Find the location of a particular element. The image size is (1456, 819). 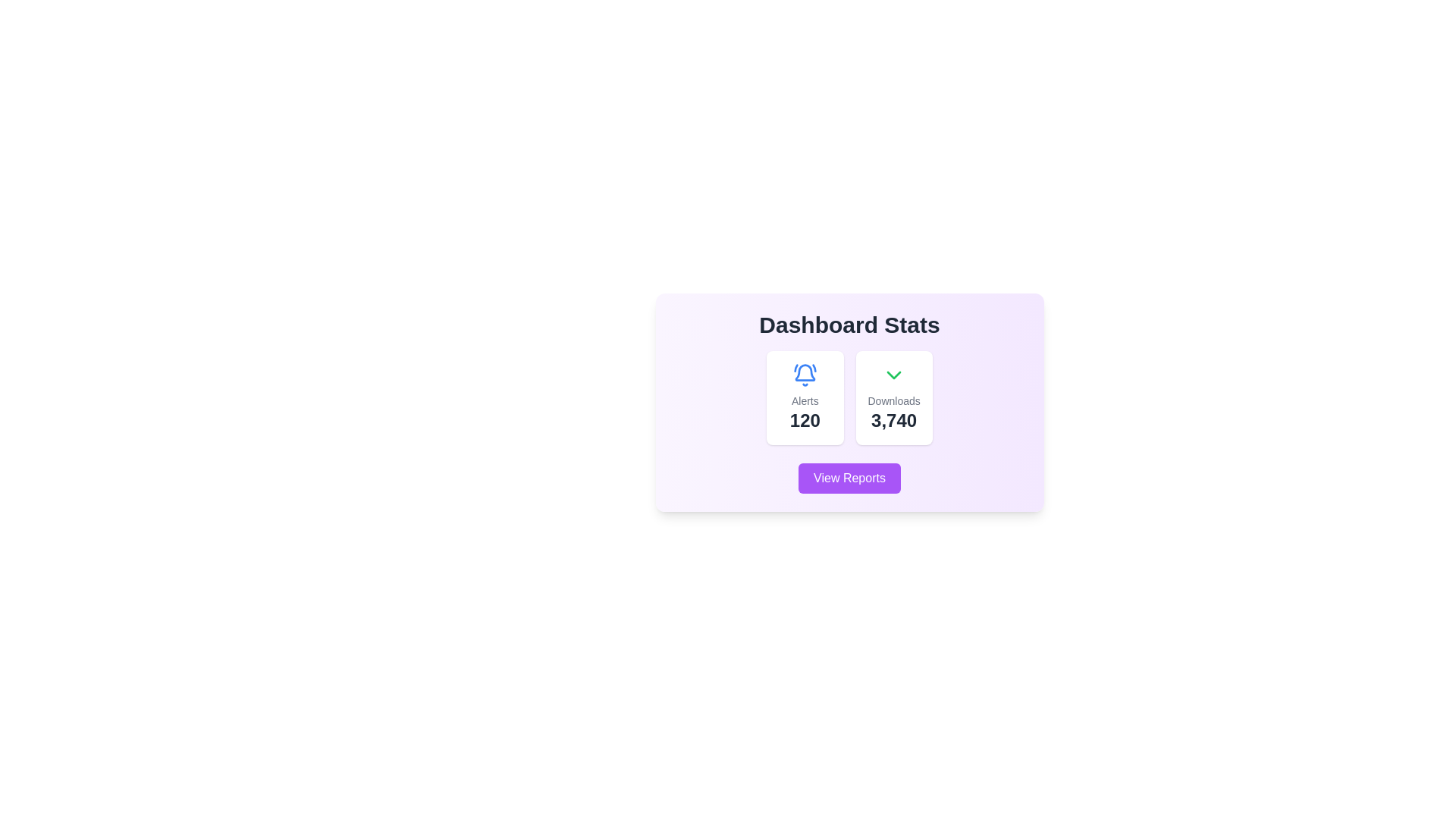

the alert notification icon located at the upper part of the card in the left section of the 'Dashboard Stats' interface is located at coordinates (804, 375).